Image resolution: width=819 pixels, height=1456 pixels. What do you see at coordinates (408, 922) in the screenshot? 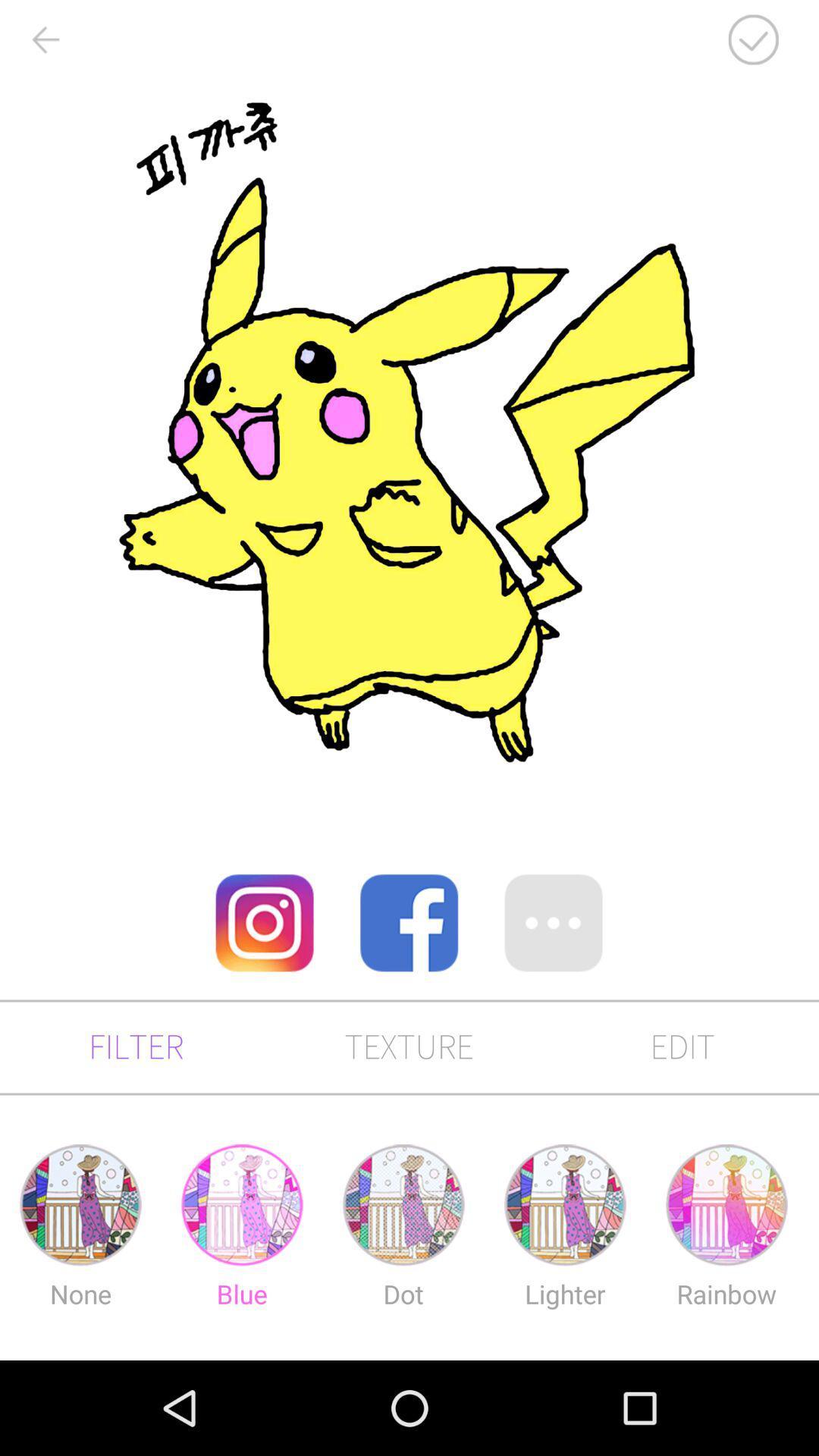
I see `the icon at the center` at bounding box center [408, 922].